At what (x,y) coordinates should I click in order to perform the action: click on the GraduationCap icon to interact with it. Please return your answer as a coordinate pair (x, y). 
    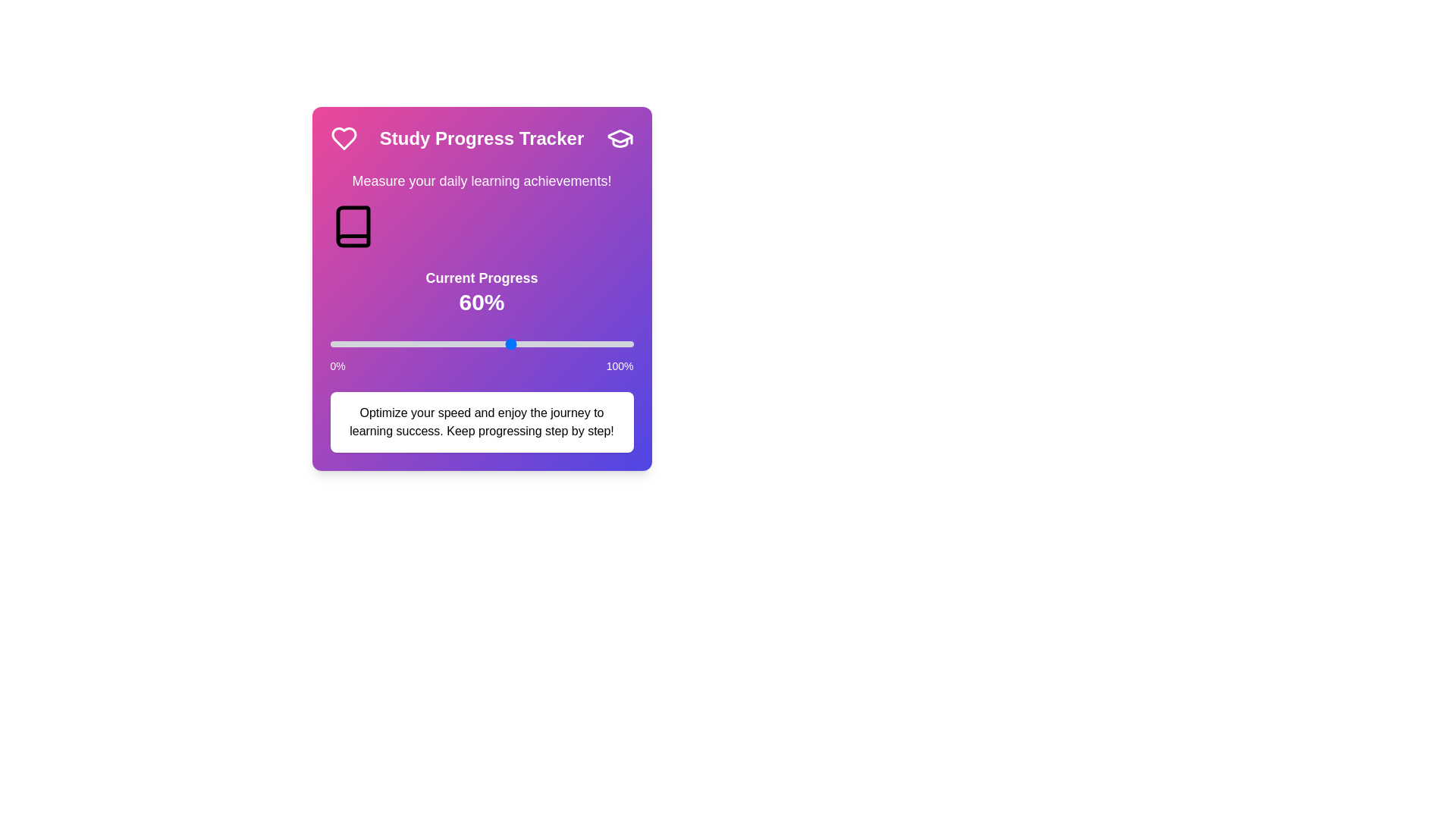
    Looking at the image, I should click on (620, 138).